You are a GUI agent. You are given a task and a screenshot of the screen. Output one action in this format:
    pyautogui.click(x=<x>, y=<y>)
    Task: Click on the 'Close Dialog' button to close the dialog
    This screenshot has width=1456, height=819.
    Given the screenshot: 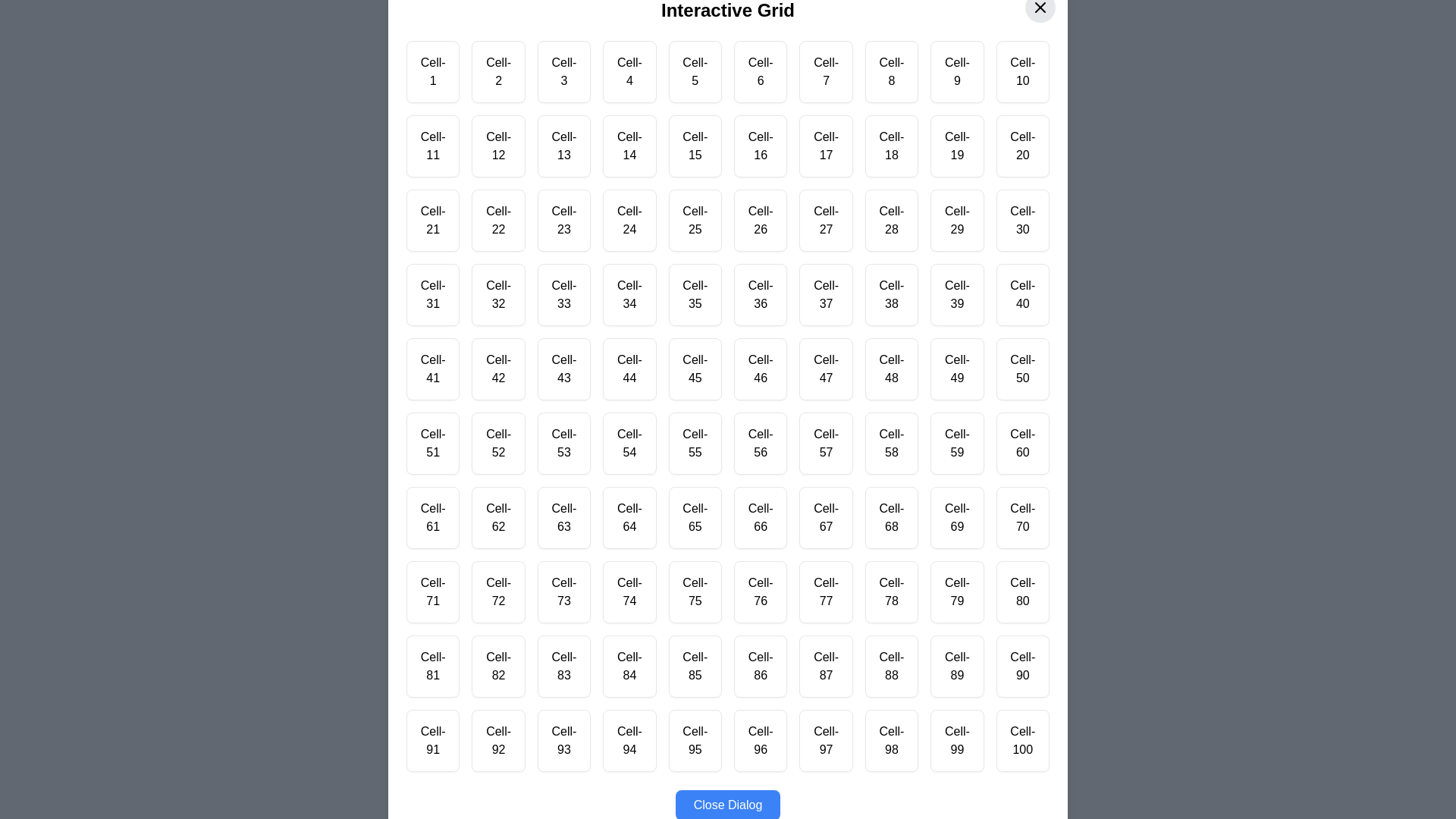 What is the action you would take?
    pyautogui.click(x=728, y=804)
    